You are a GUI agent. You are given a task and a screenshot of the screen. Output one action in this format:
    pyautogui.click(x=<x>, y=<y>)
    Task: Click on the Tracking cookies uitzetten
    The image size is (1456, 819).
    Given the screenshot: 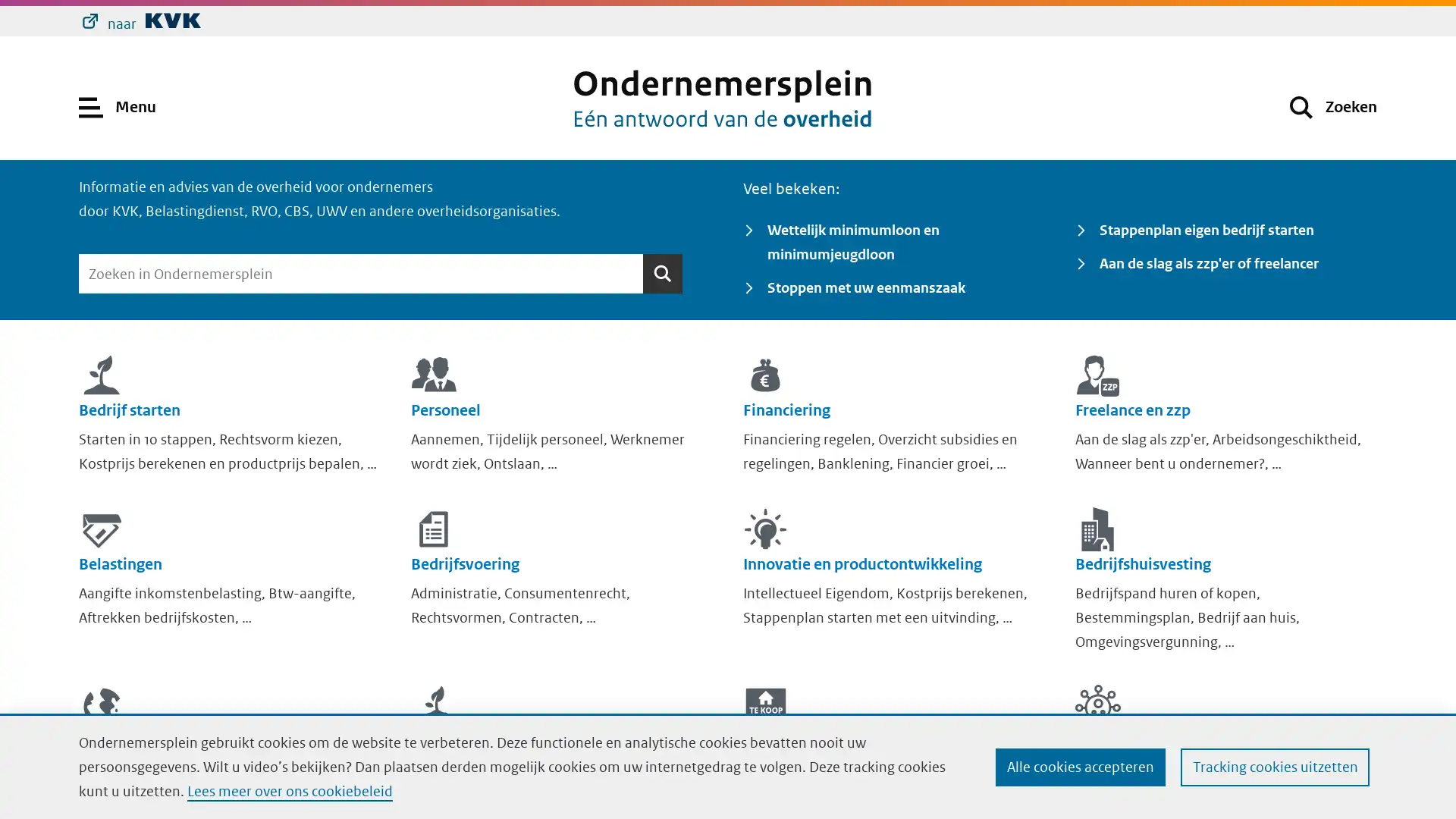 What is the action you would take?
    pyautogui.click(x=1274, y=767)
    